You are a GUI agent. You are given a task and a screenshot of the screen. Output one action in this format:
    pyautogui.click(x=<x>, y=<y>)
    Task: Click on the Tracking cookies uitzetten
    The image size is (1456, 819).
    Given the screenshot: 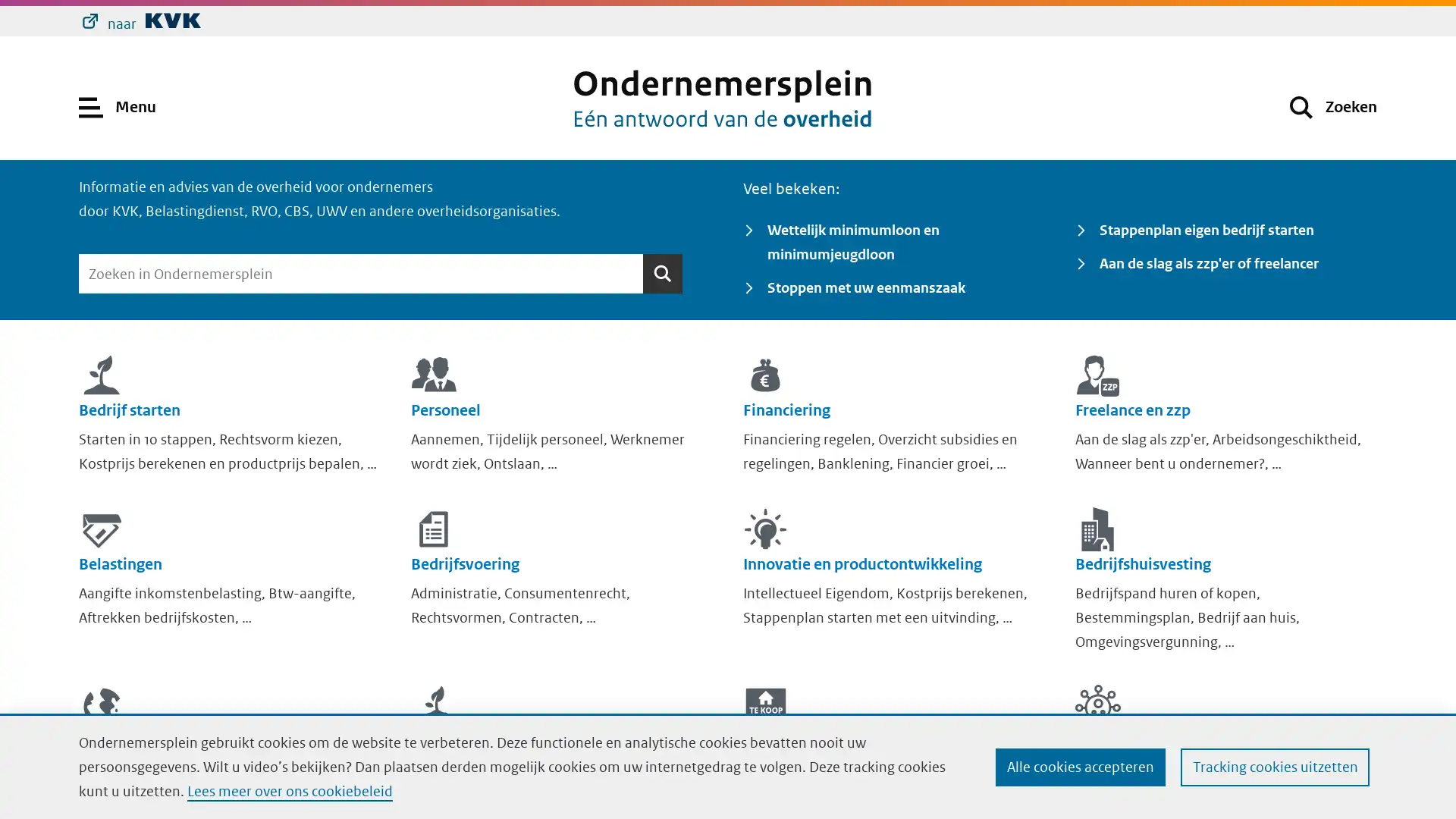 What is the action you would take?
    pyautogui.click(x=1274, y=767)
    